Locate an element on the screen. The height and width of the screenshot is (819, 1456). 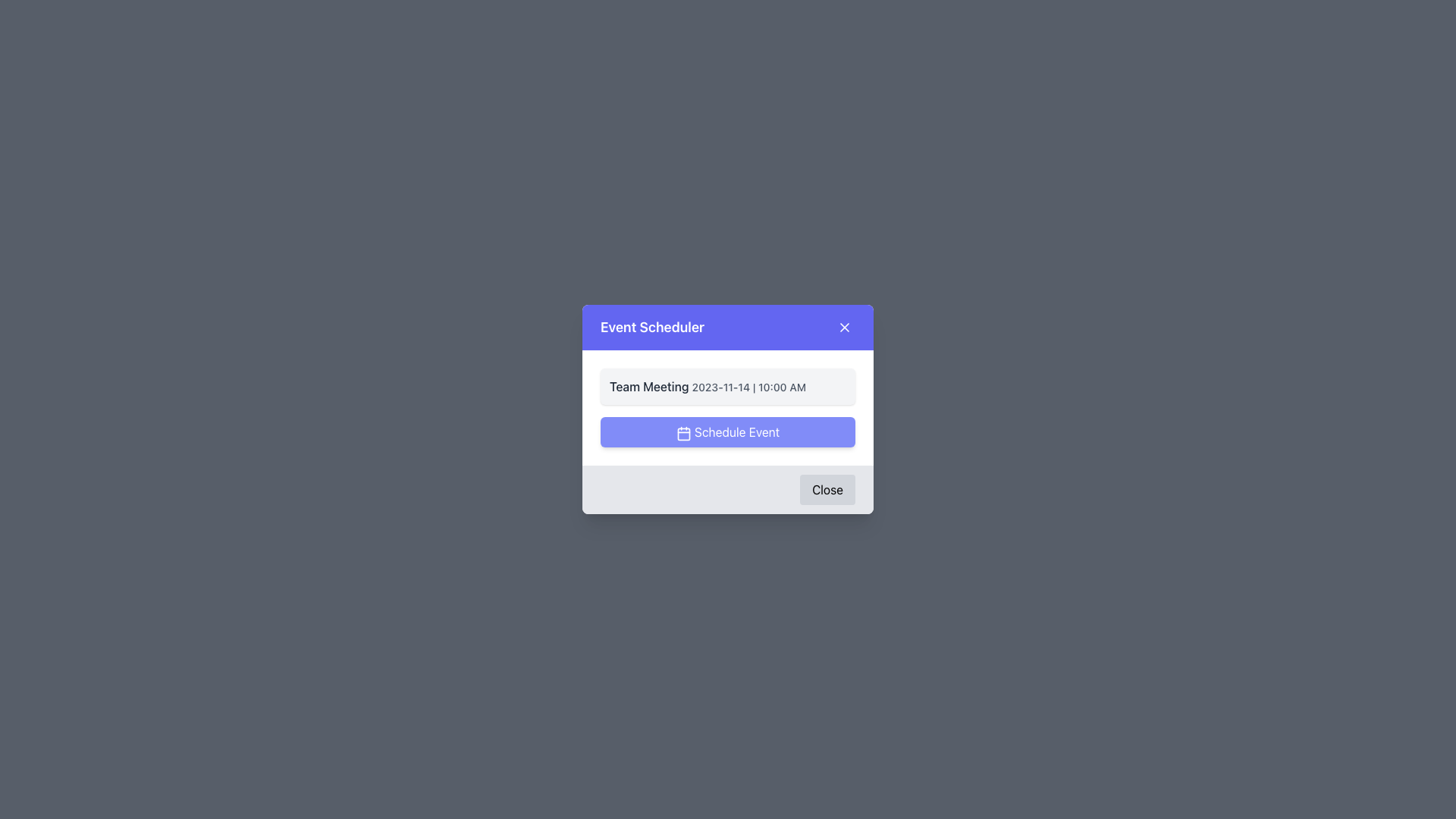
the text label displaying '2023-11-14 | 10:00 AM' in gray color, located in the 'Event Scheduler' modal below the 'Team Meeting' label is located at coordinates (748, 386).